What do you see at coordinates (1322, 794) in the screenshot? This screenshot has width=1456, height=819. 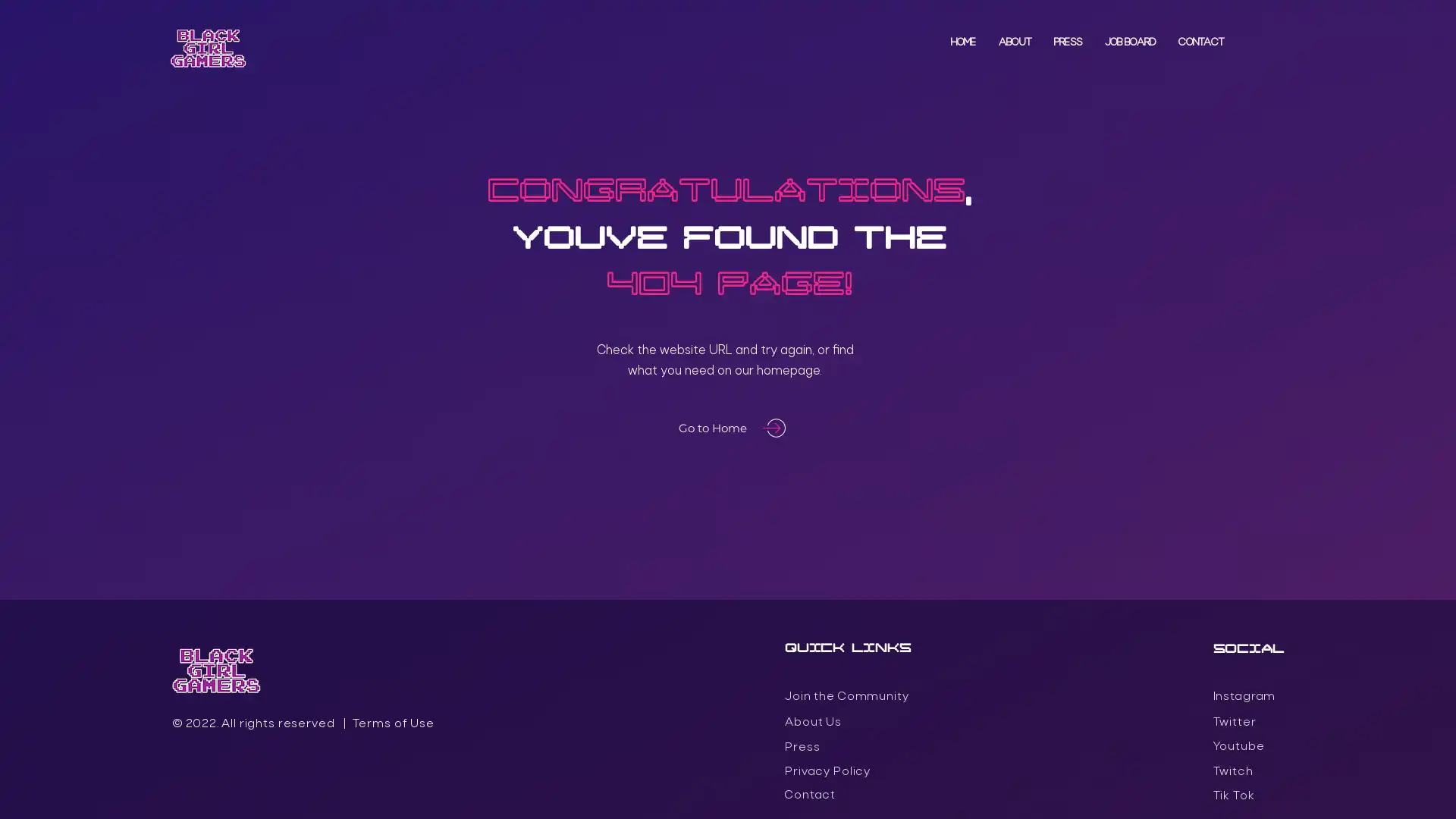 I see `Settings` at bounding box center [1322, 794].